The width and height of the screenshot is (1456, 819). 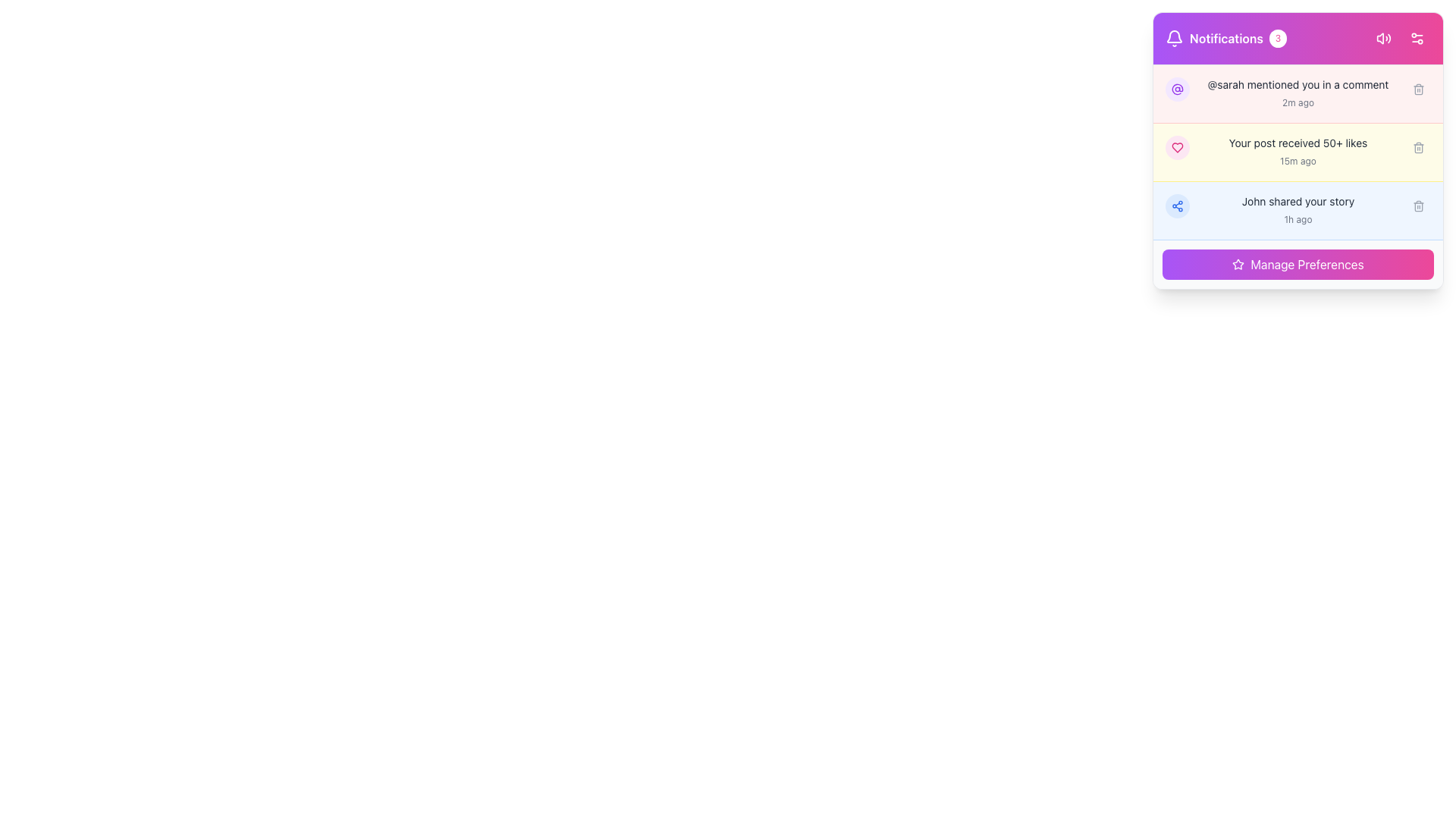 What do you see at coordinates (1298, 93) in the screenshot?
I see `the first notification entry in the notifications panel that displays the message '@sarah mentioned you in a comment'` at bounding box center [1298, 93].